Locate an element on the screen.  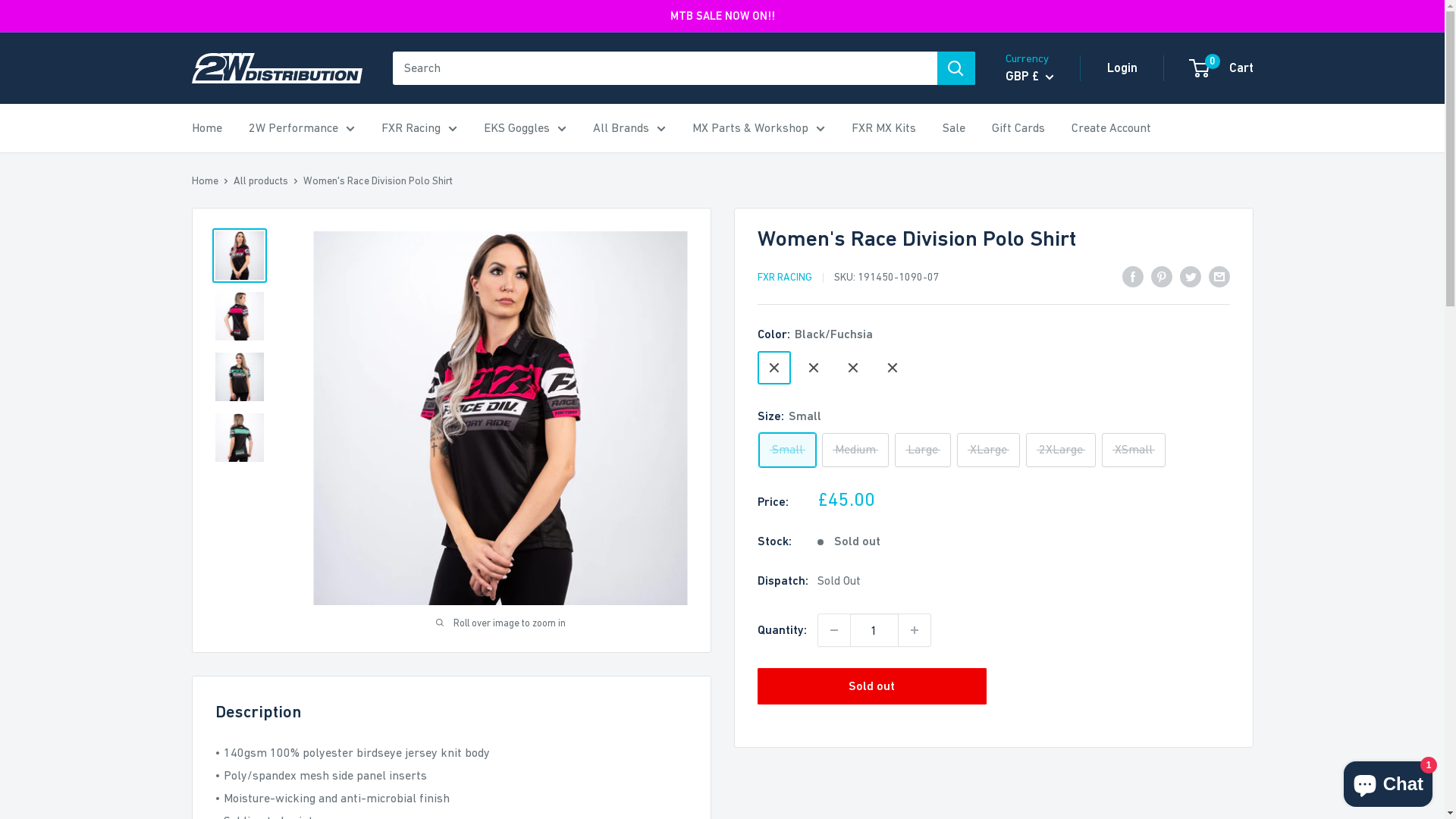
'Login' is located at coordinates (1122, 67).